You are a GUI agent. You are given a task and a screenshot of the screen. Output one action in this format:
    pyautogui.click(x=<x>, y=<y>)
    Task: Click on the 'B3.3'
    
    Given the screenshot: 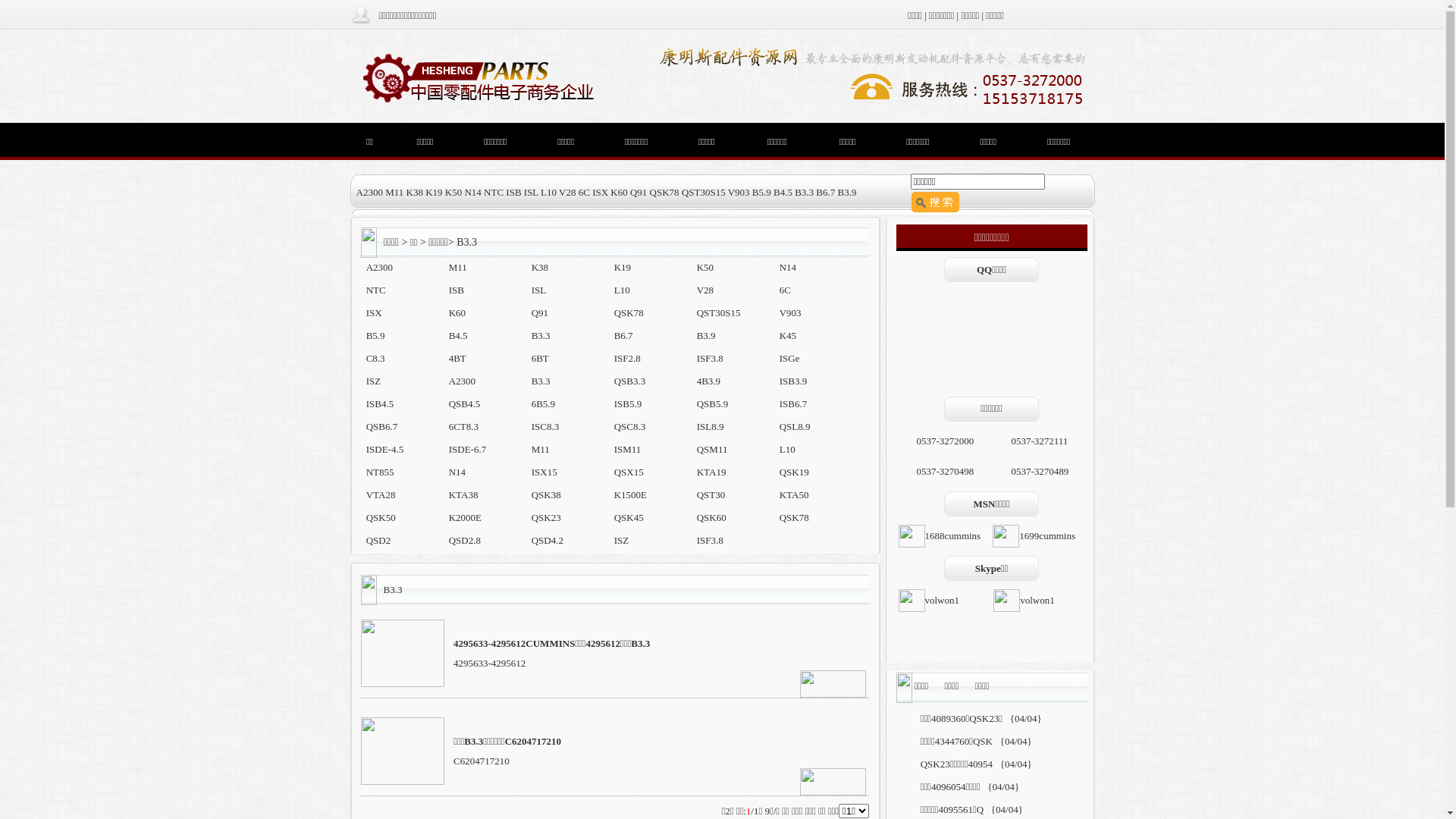 What is the action you would take?
    pyautogui.click(x=541, y=380)
    